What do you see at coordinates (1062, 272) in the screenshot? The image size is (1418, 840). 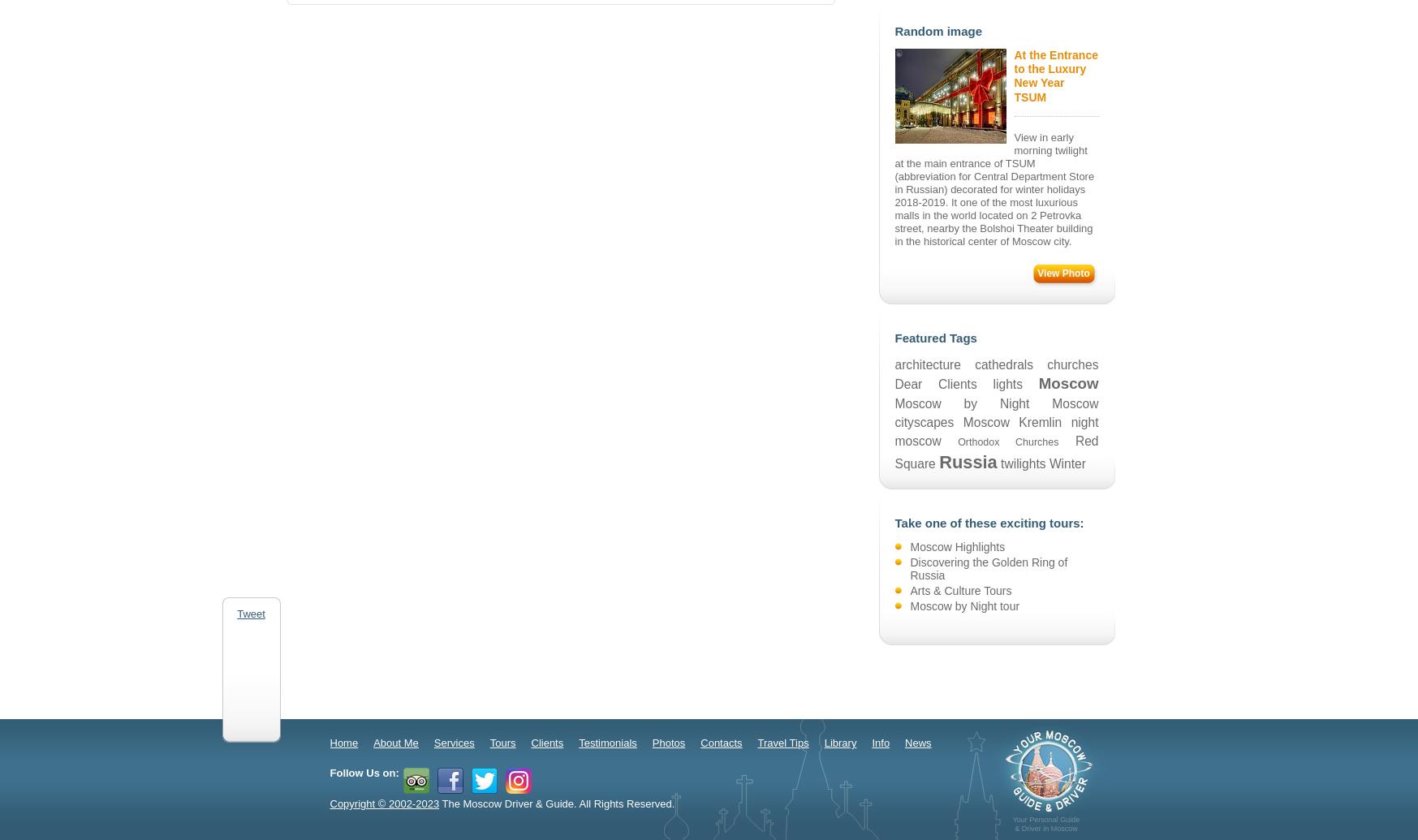 I see `'View Photo'` at bounding box center [1062, 272].